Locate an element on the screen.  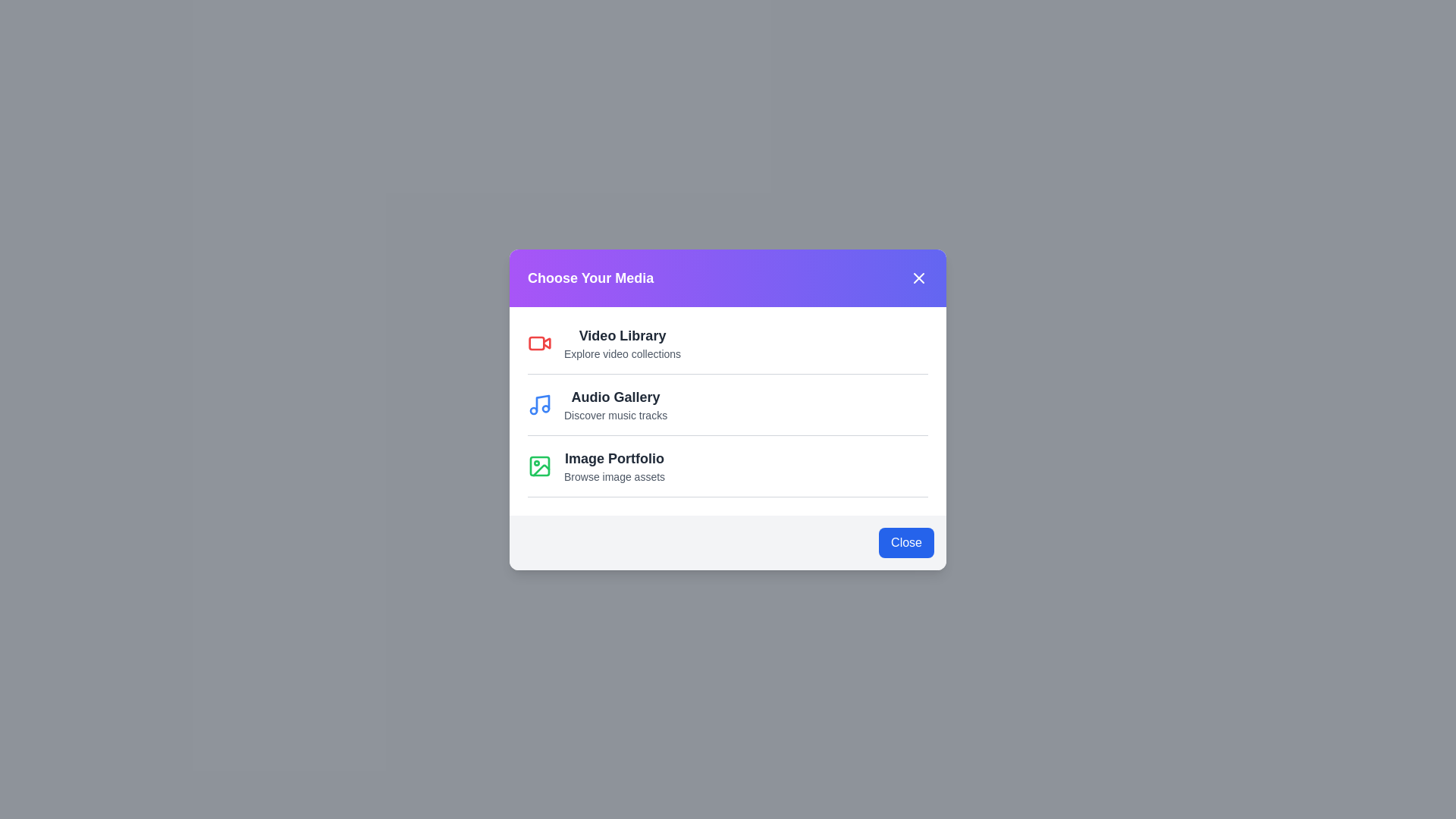
the 'Close' button to dismiss the dialog is located at coordinates (906, 541).